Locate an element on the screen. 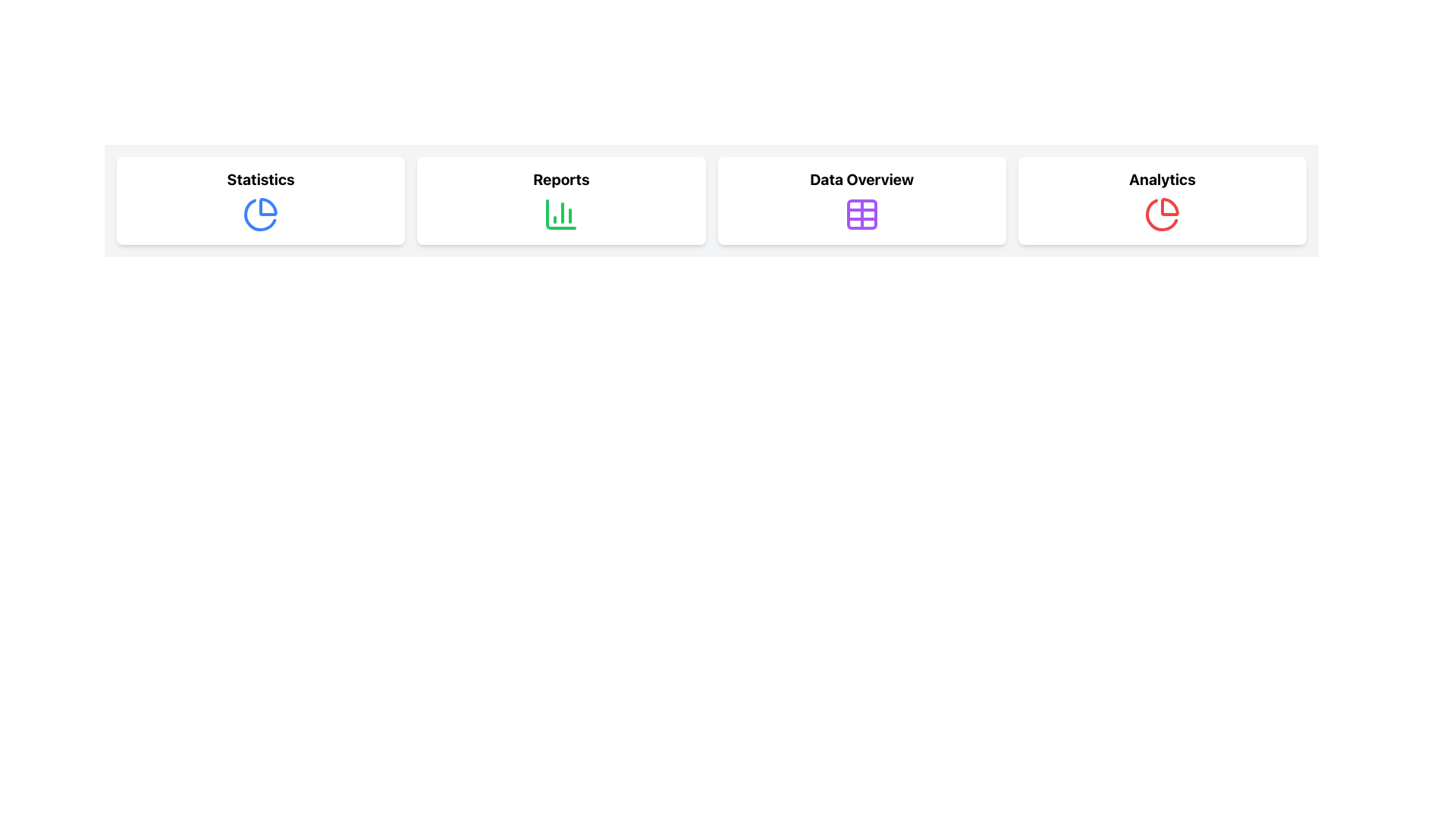  the SVG graphic icon representing the data overview feature, located in the center-bottom area of the 'Data Overview' card, which is the third card from the left in the grid is located at coordinates (861, 214).